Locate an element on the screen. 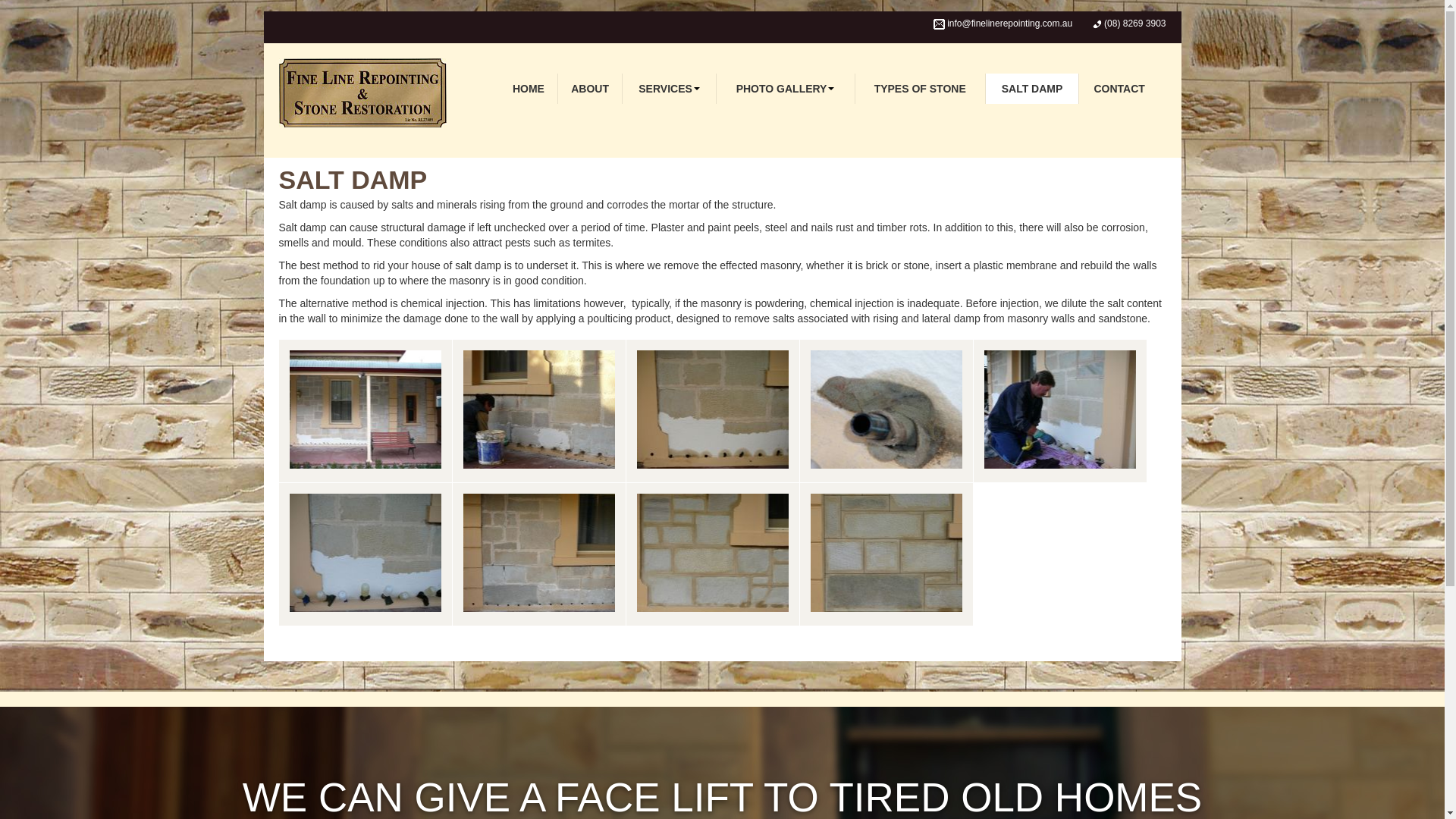 The width and height of the screenshot is (1456, 819). 'Click to enlarge image 3.jpg' is located at coordinates (885, 411).